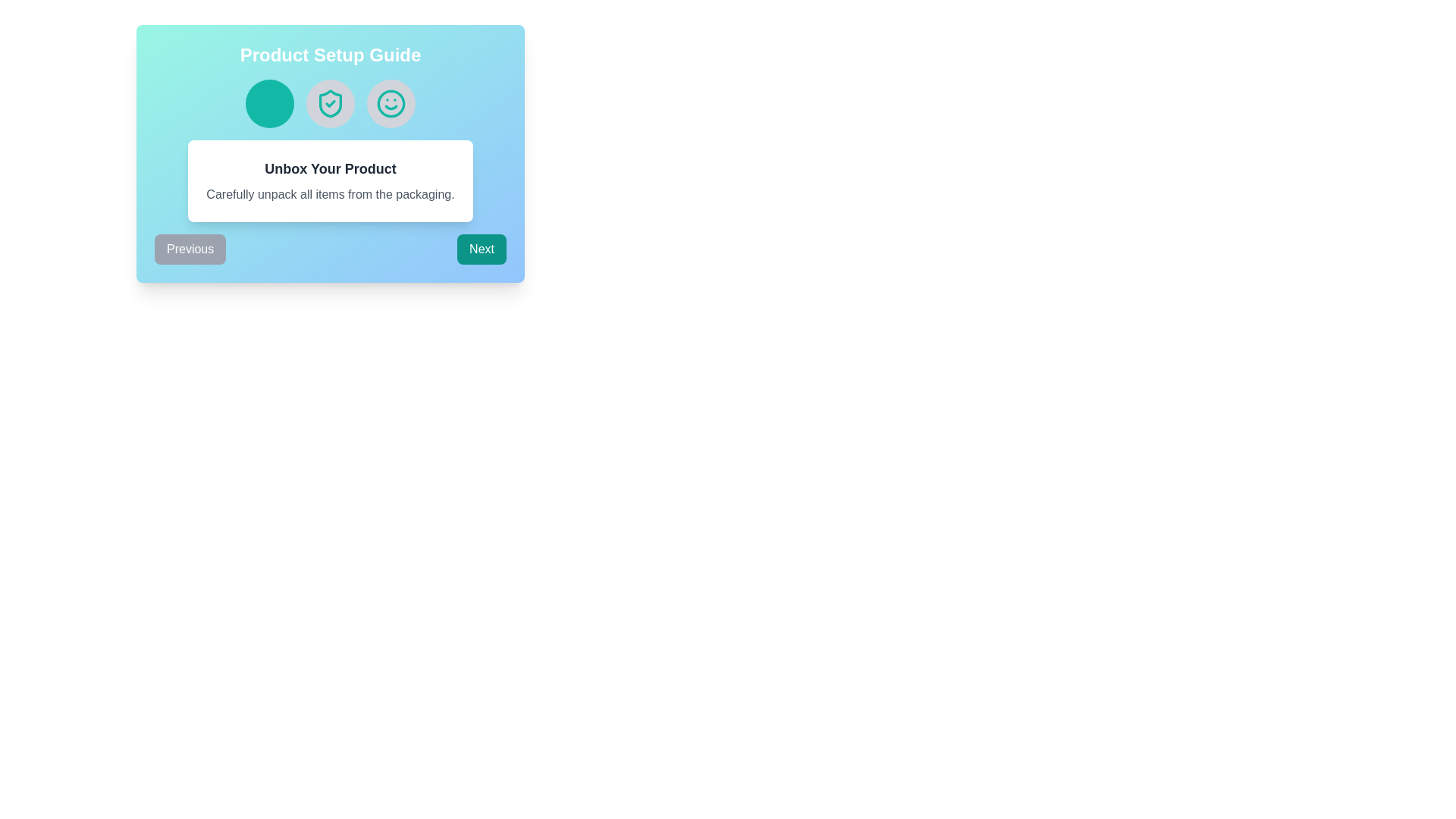  What do you see at coordinates (391, 103) in the screenshot?
I see `the teal circular graphical element, which is the outermost boundary of the icon at the third position in a horizontal array of three icons at the top of the guide interface` at bounding box center [391, 103].